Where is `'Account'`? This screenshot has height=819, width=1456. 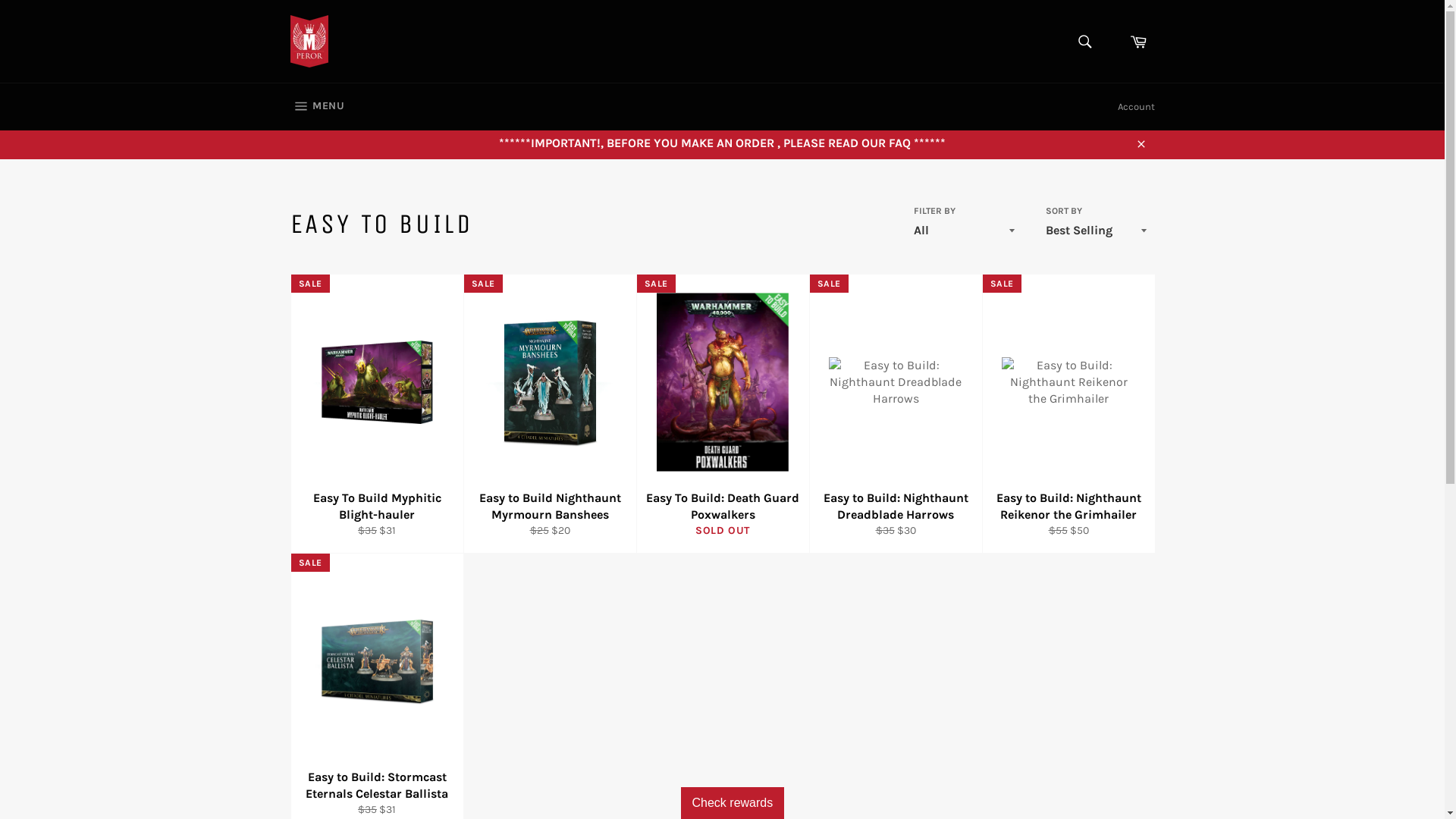
'Account' is located at coordinates (1136, 106).